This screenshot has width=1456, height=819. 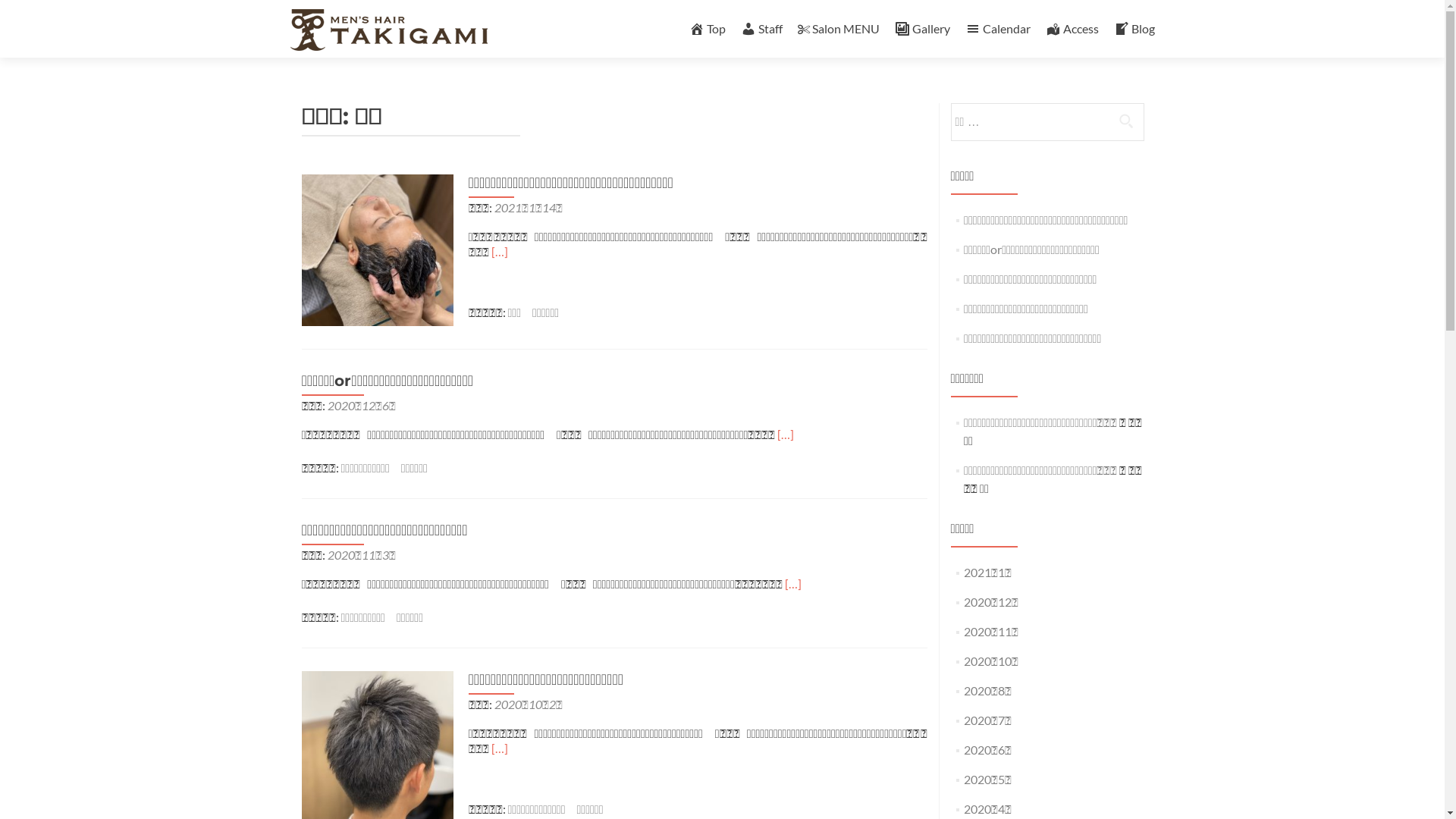 What do you see at coordinates (1070, 28) in the screenshot?
I see `'Access'` at bounding box center [1070, 28].